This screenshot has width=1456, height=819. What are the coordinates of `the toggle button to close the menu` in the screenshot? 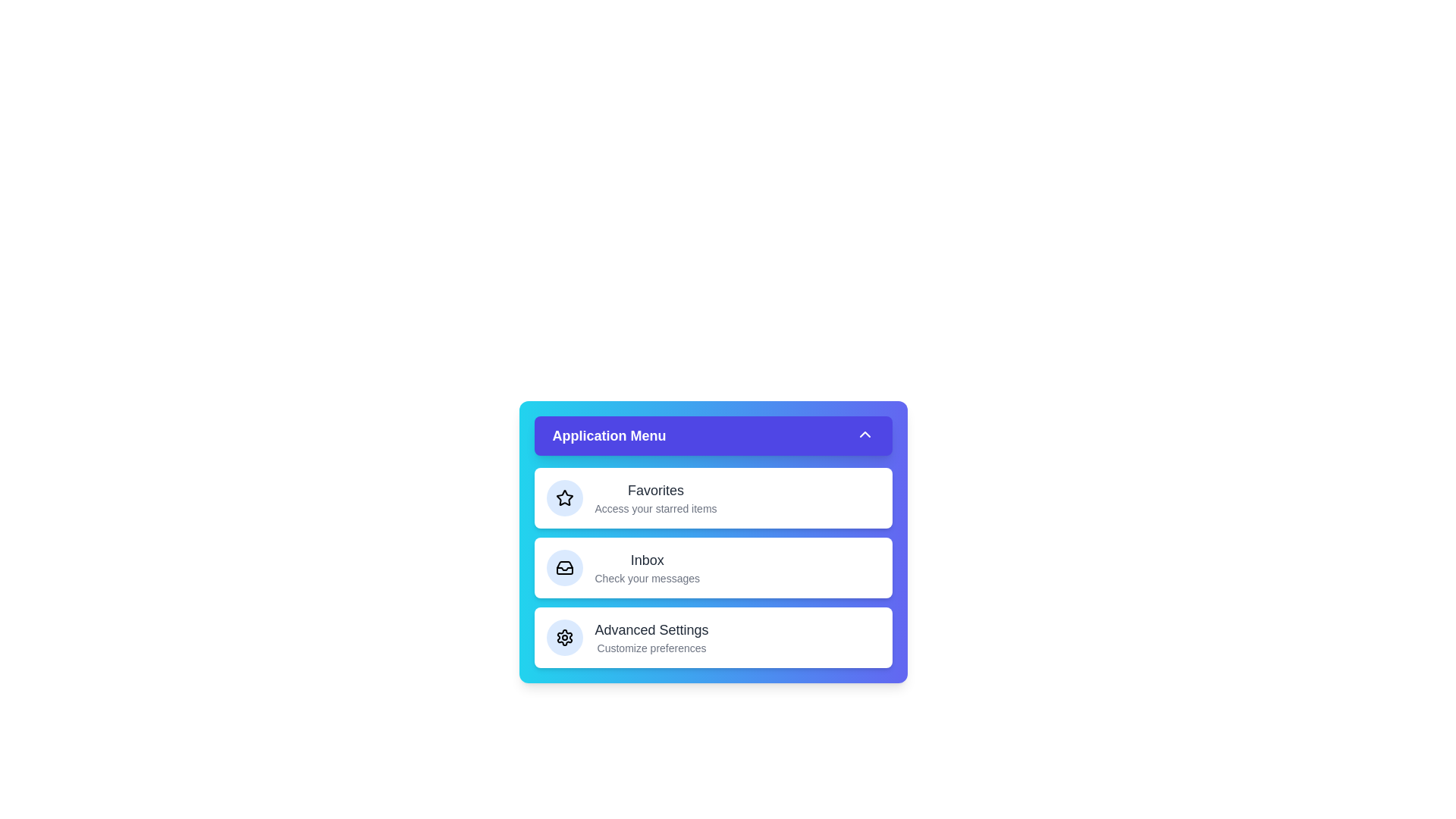 It's located at (712, 435).